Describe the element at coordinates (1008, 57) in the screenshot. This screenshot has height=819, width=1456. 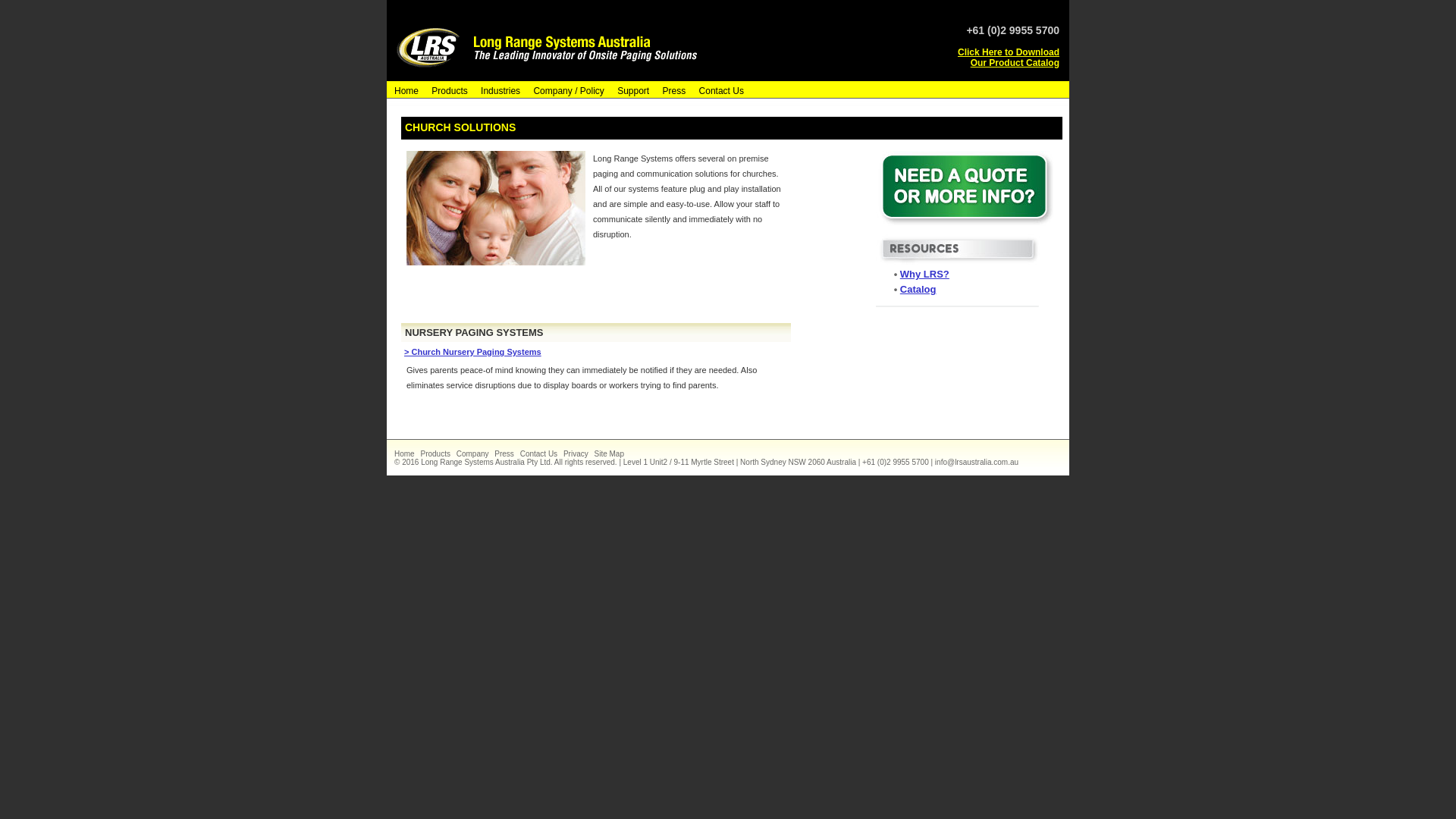
I see `'Click Here to Download` at that location.